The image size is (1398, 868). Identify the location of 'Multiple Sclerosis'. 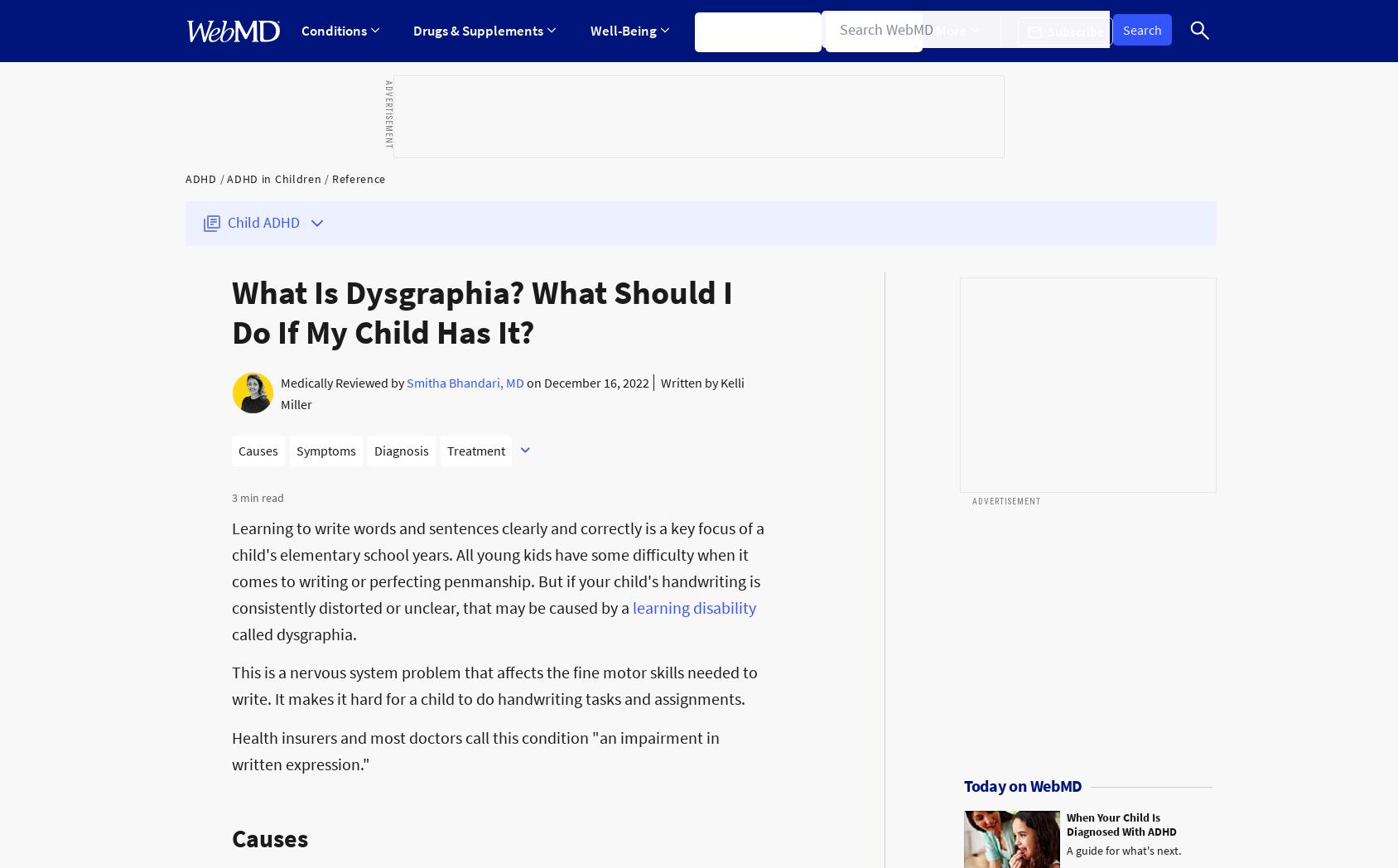
(649, 217).